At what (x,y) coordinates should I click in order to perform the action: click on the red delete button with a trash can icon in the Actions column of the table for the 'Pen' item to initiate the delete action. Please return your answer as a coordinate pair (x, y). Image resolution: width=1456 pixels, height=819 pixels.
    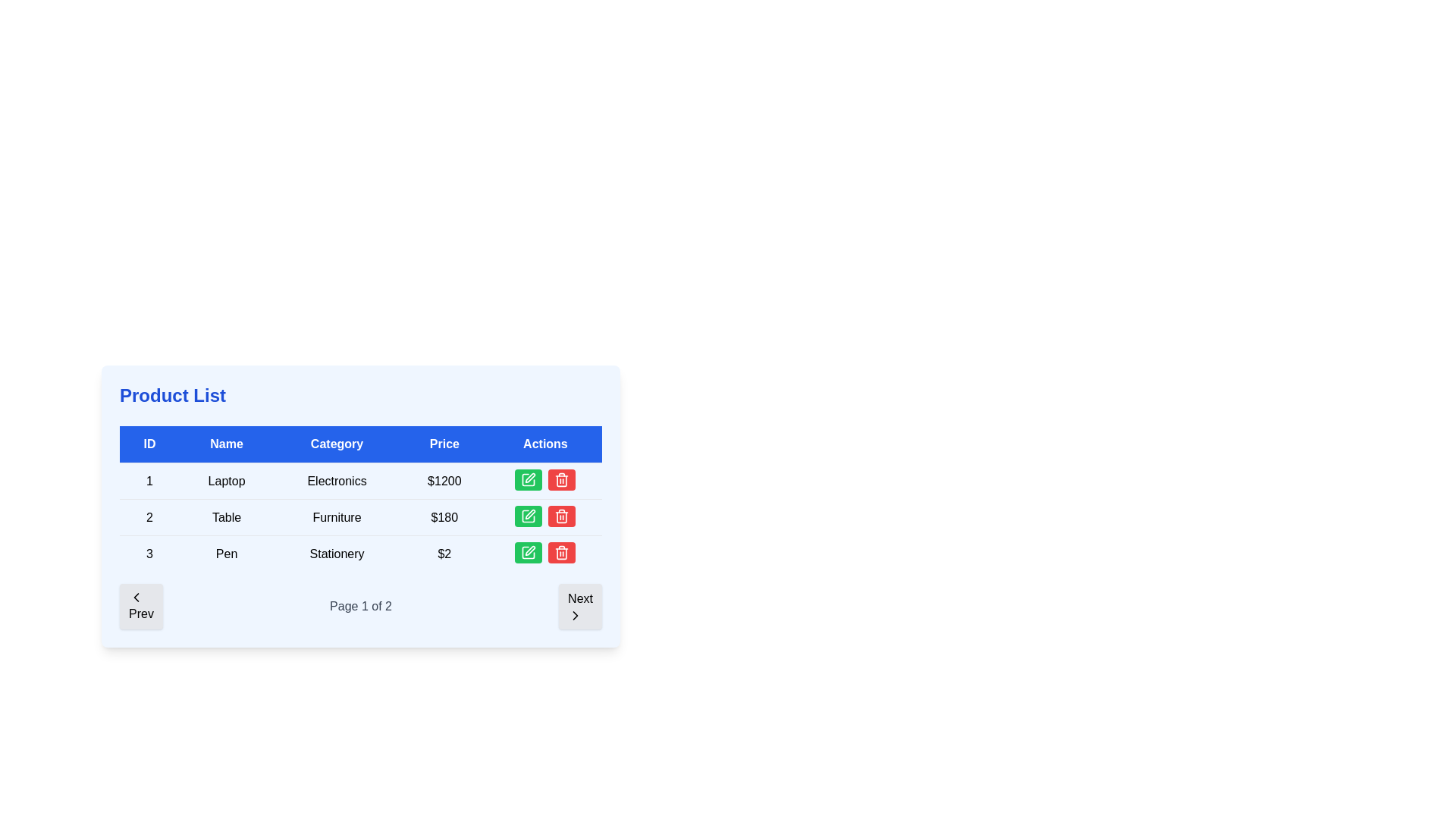
    Looking at the image, I should click on (561, 516).